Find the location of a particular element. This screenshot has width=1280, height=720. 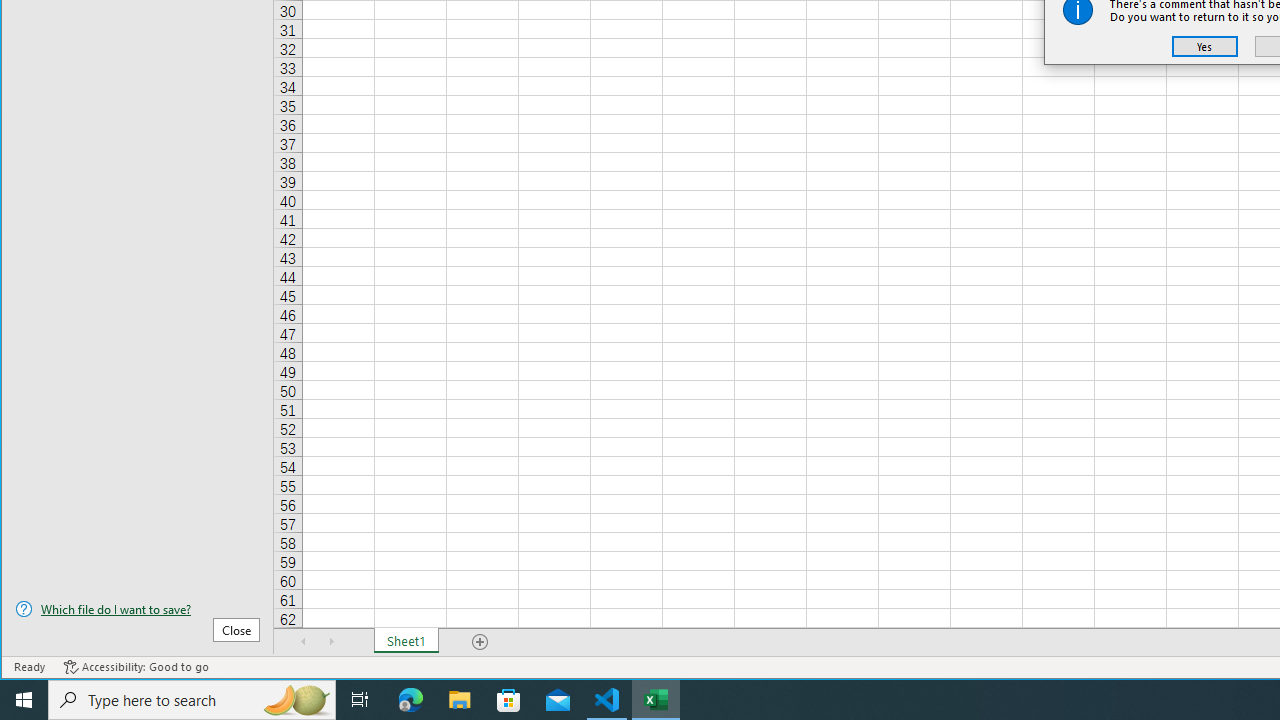

'Accessibility Checker Accessibility: Good to go' is located at coordinates (135, 667).